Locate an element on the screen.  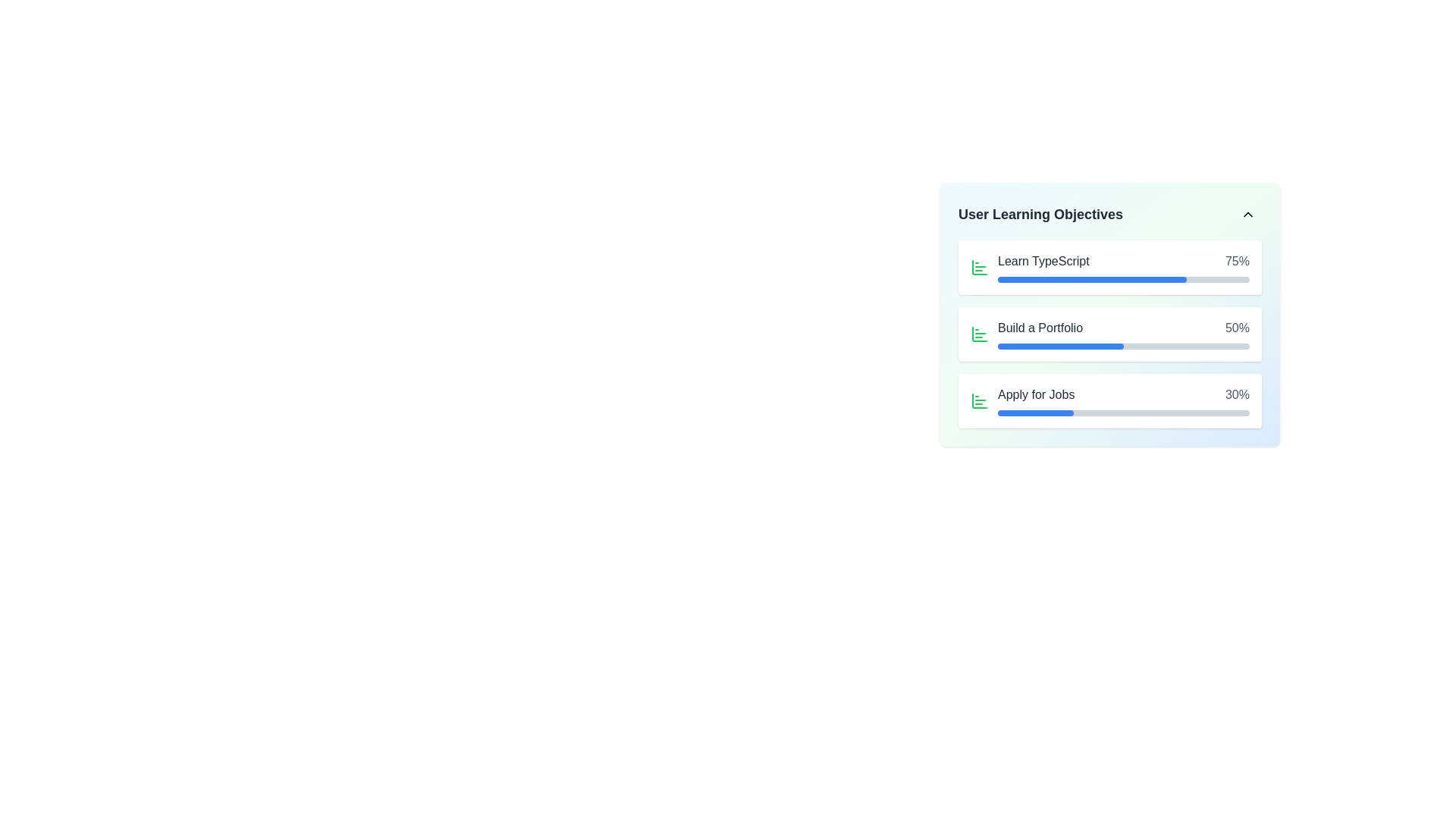
the ProgressIndicator showing 50% completion for the objective 'Build a Portfolio', which is the second item under 'User Learning Objectives' is located at coordinates (1110, 333).